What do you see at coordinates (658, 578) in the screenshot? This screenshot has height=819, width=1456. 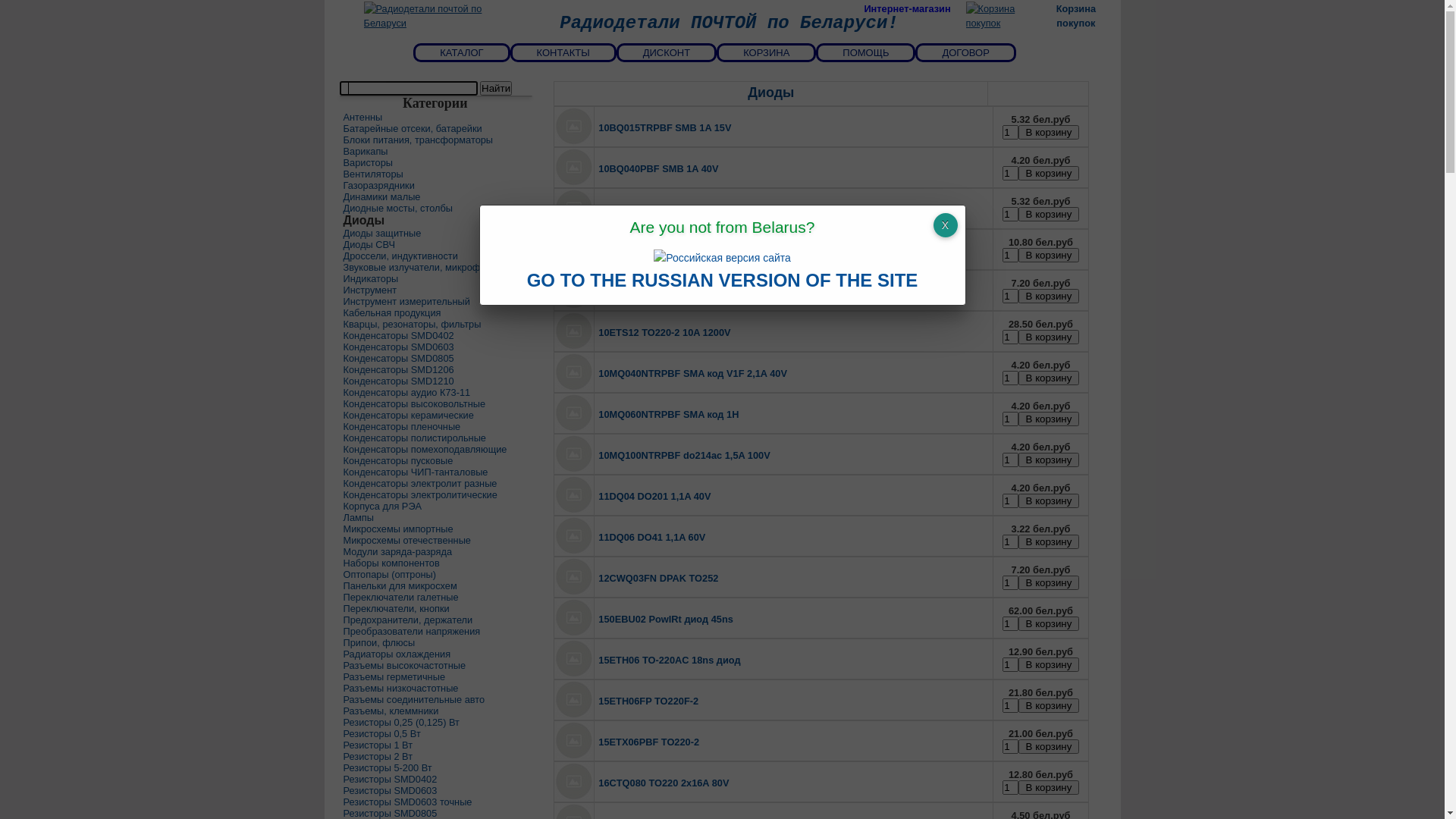 I see `'12CWQ03FN DPAK TO252'` at bounding box center [658, 578].